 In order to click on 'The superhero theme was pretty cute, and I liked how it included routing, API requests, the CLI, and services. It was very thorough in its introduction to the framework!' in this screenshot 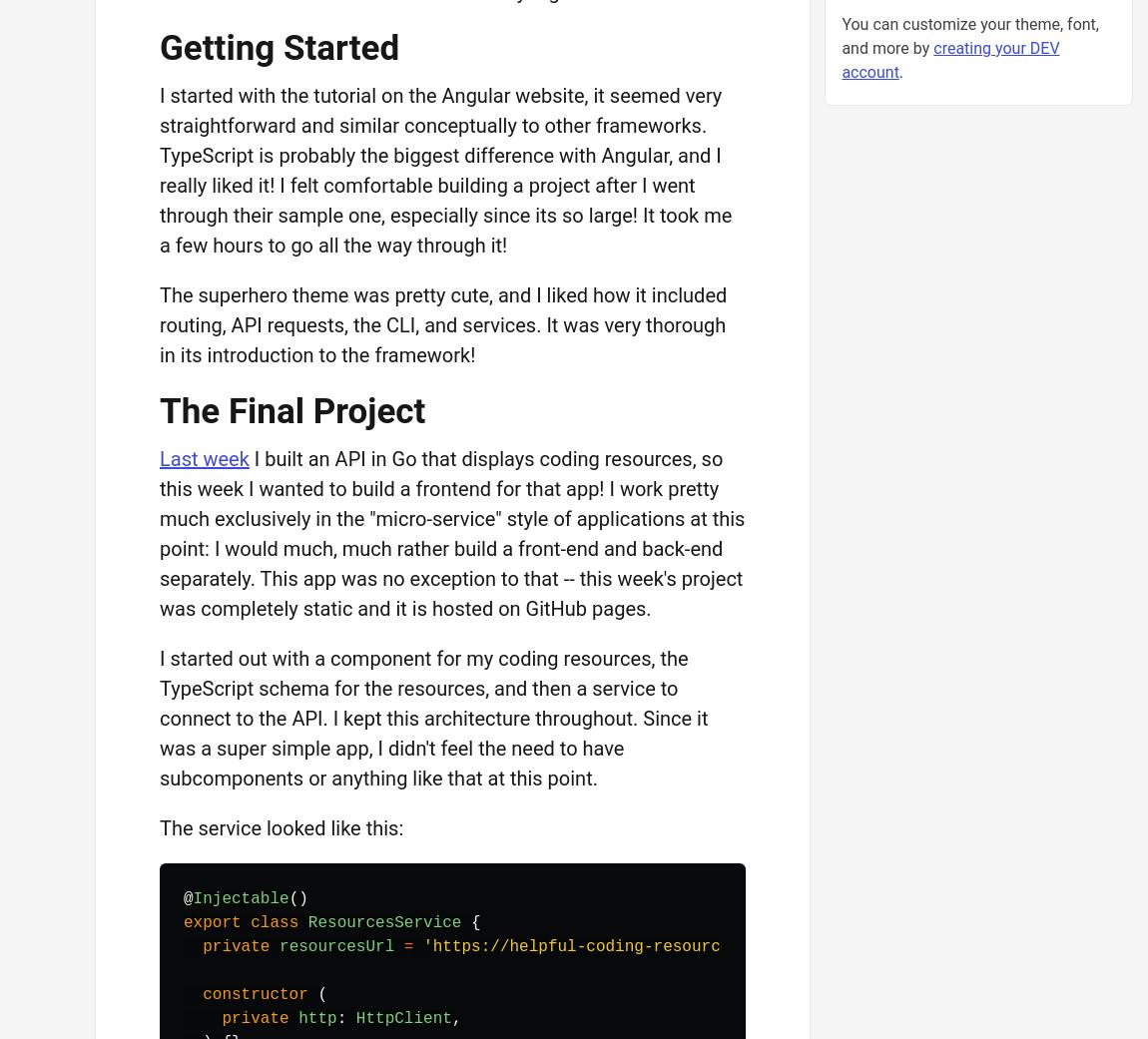, I will do `click(158, 325)`.